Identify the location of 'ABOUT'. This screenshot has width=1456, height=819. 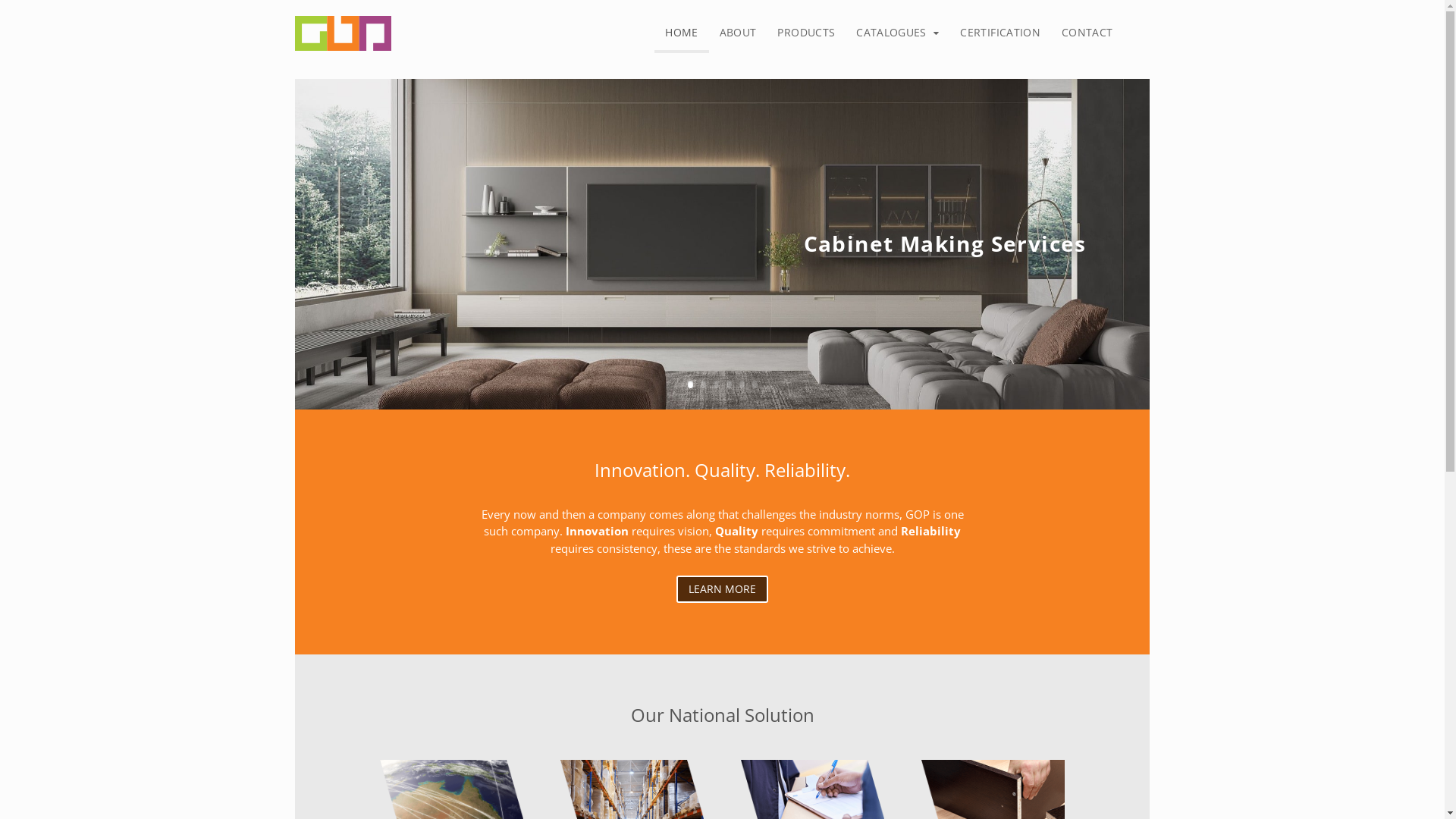
(738, 33).